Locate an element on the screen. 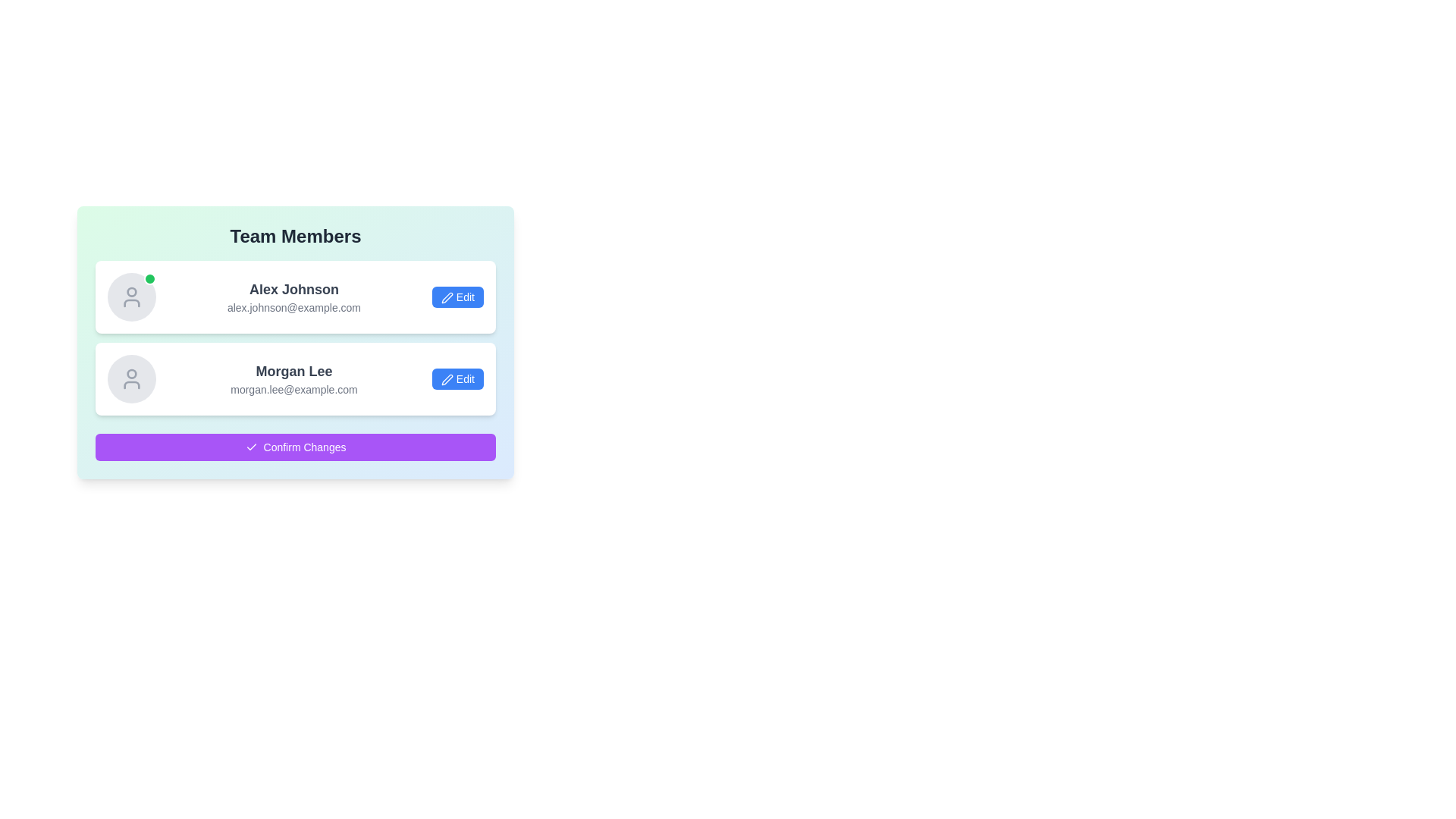  the decorative circle inside the user icon associated with 'Alex Johnson' in the first entry of the list is located at coordinates (131, 292).